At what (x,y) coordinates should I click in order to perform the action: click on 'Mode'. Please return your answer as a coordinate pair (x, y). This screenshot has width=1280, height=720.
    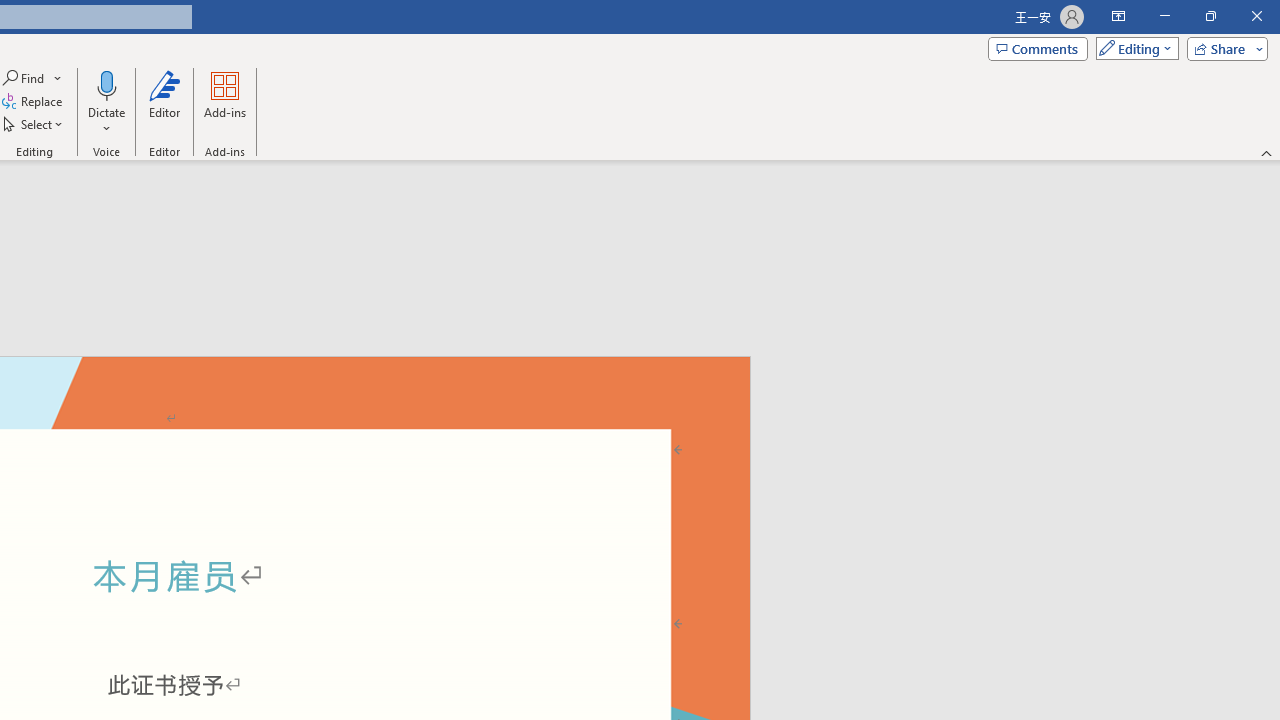
    Looking at the image, I should click on (1133, 47).